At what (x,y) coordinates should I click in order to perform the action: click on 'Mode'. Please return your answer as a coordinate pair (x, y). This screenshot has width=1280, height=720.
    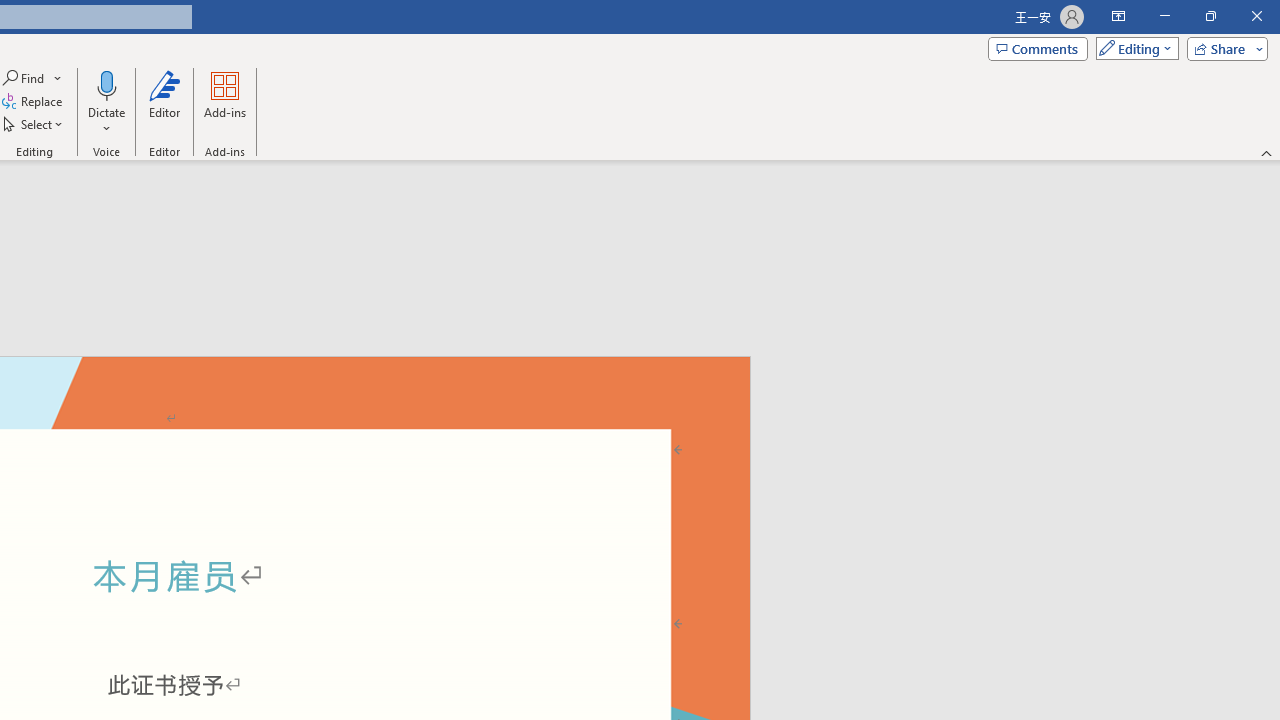
    Looking at the image, I should click on (1133, 47).